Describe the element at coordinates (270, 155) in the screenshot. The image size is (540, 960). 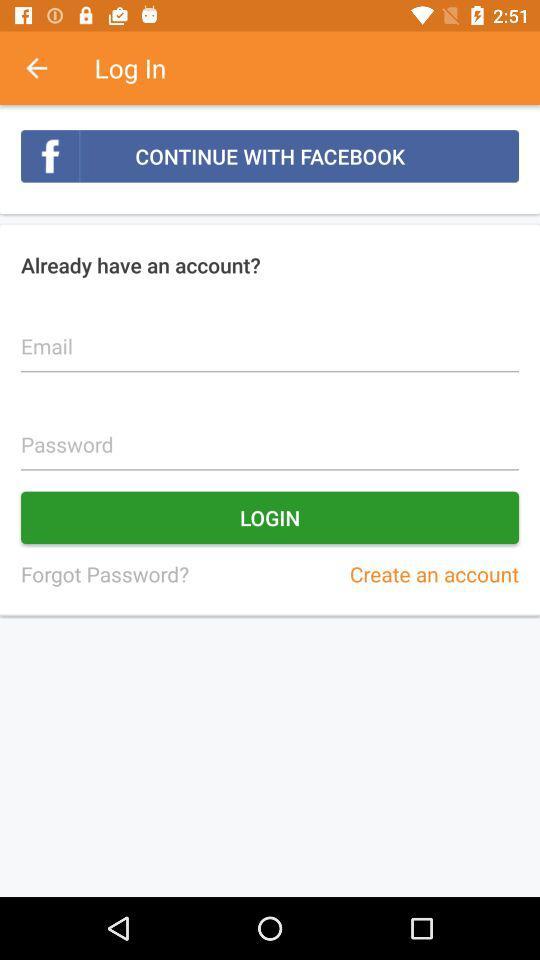
I see `the continue with facebook` at that location.